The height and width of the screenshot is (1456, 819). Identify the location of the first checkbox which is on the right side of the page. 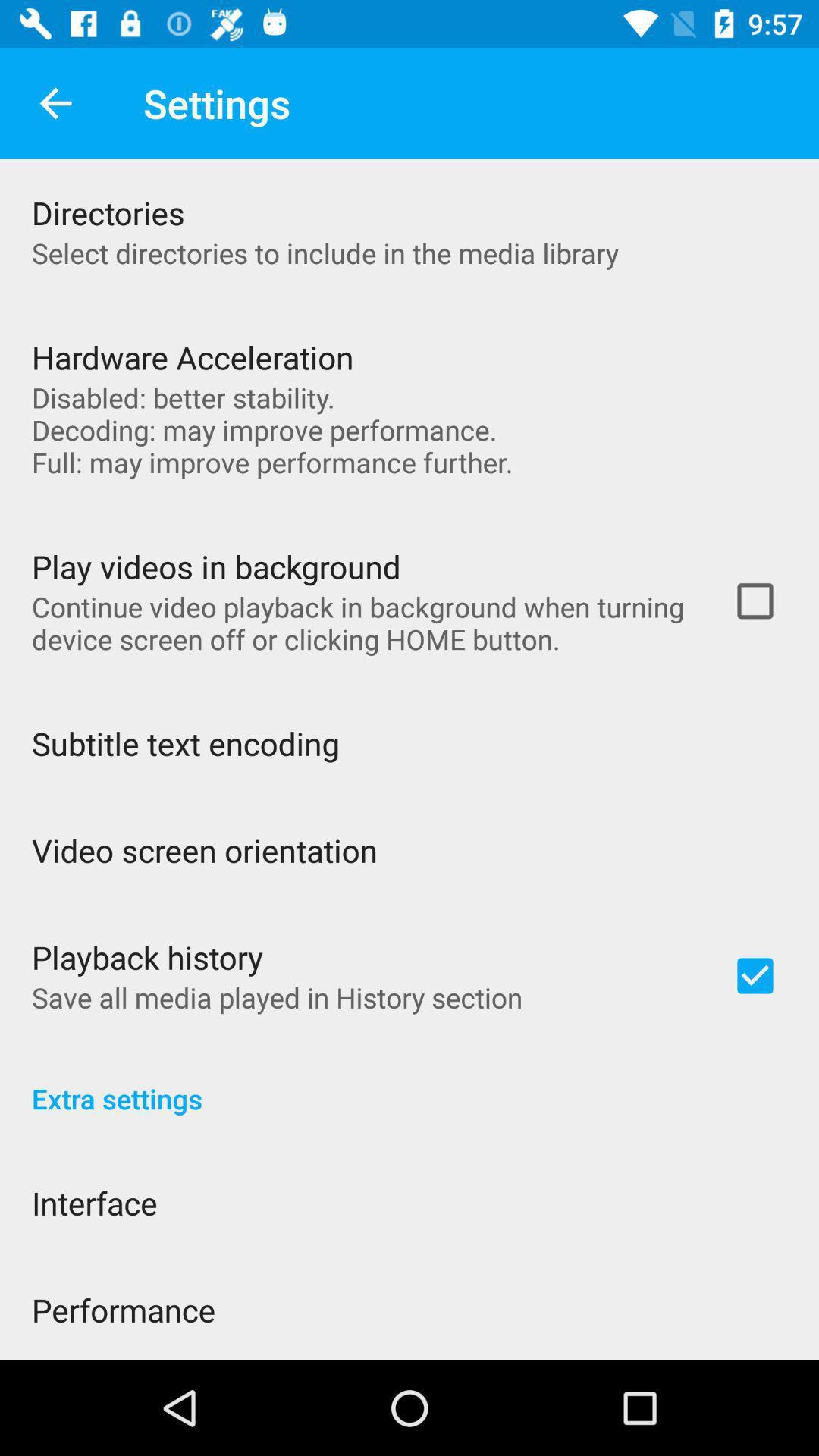
(755, 600).